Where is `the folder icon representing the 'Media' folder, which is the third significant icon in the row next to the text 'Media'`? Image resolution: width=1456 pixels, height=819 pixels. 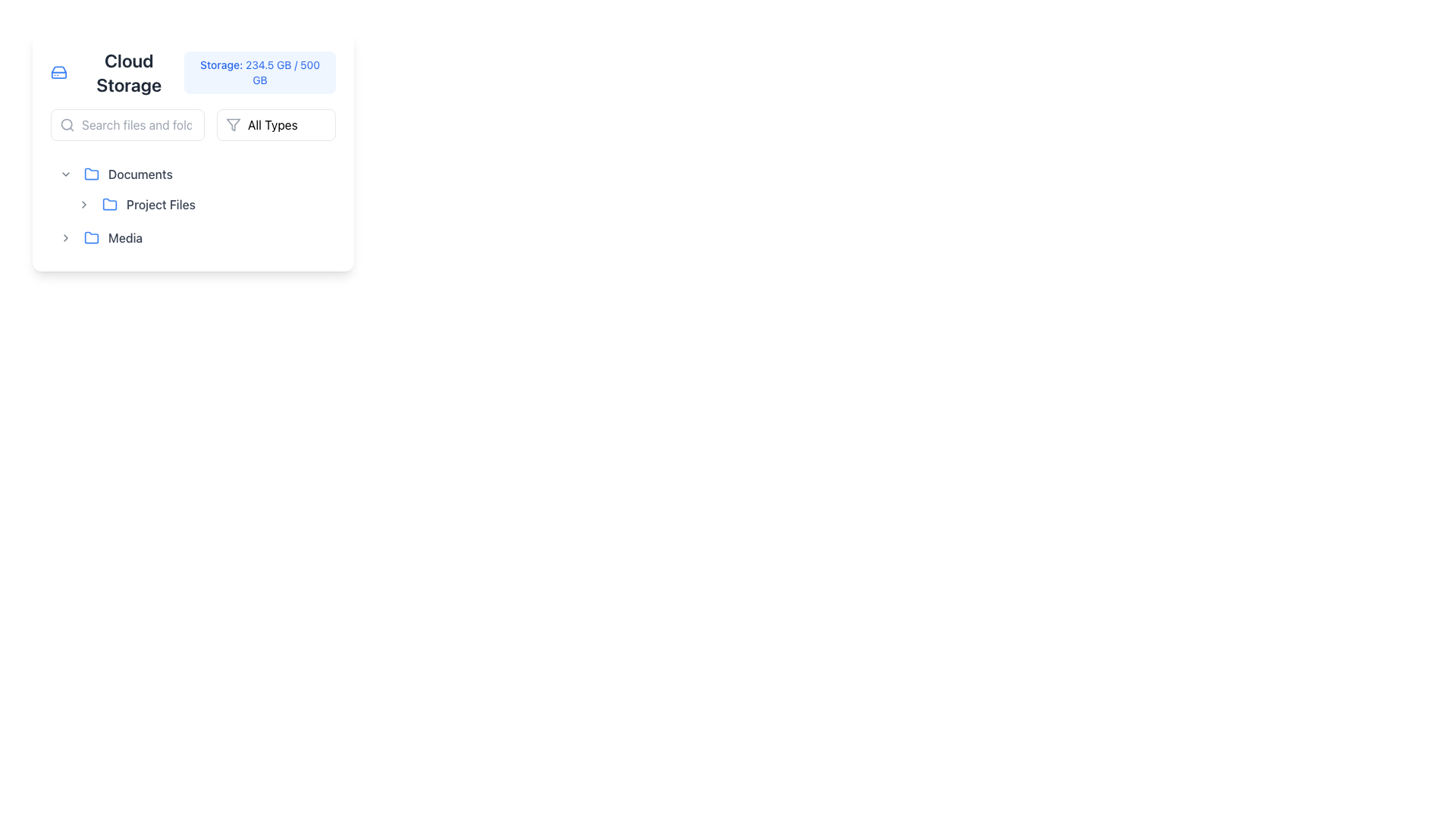 the folder icon representing the 'Media' folder, which is the third significant icon in the row next to the text 'Media' is located at coordinates (90, 237).